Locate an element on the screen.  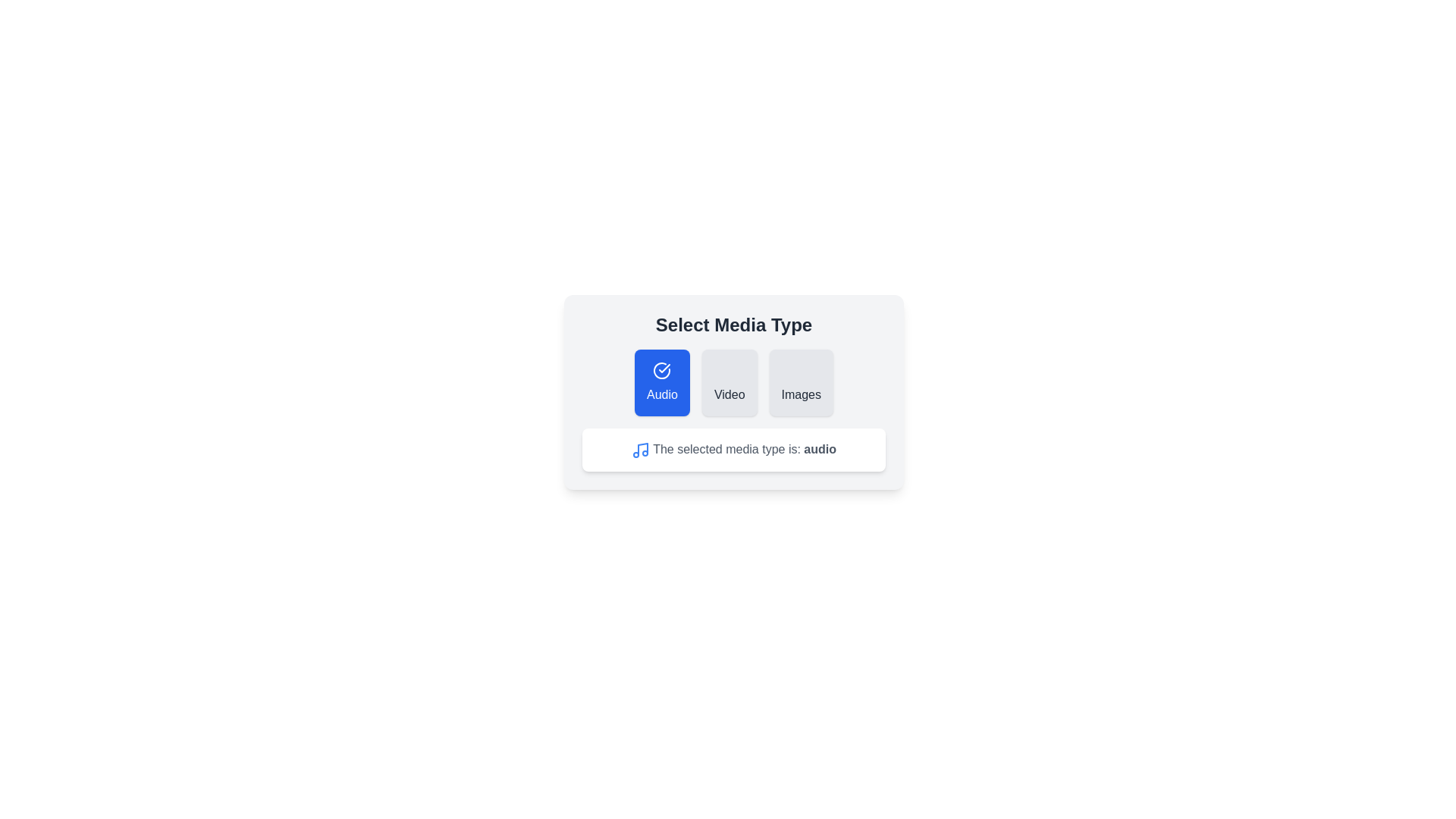
the 'video' option in the group of selectable buttons labeled 'audio', 'video', and 'images', which is located just below the 'Select Media Type' title is located at coordinates (734, 382).